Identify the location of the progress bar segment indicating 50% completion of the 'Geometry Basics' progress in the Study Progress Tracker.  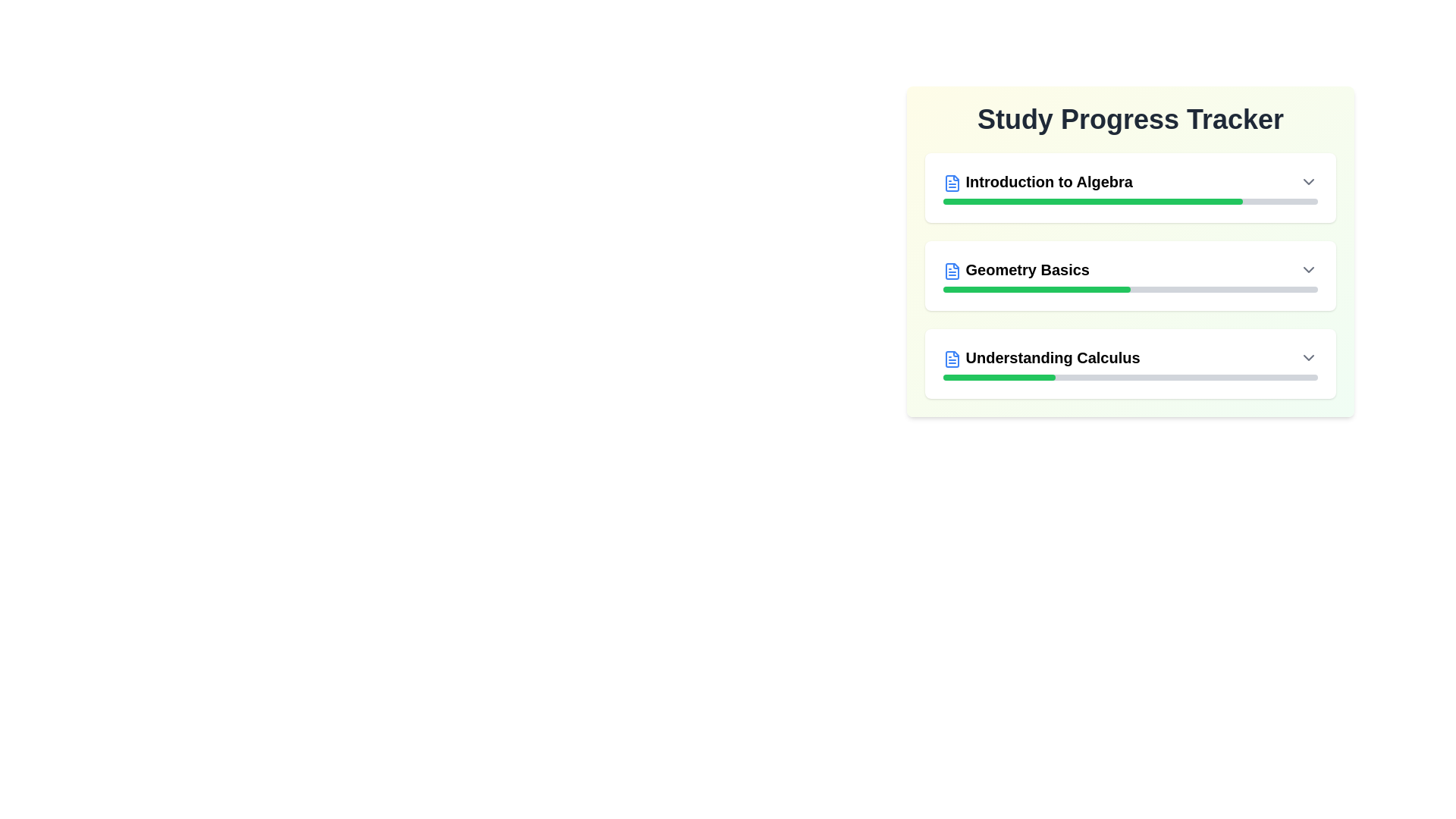
(1036, 289).